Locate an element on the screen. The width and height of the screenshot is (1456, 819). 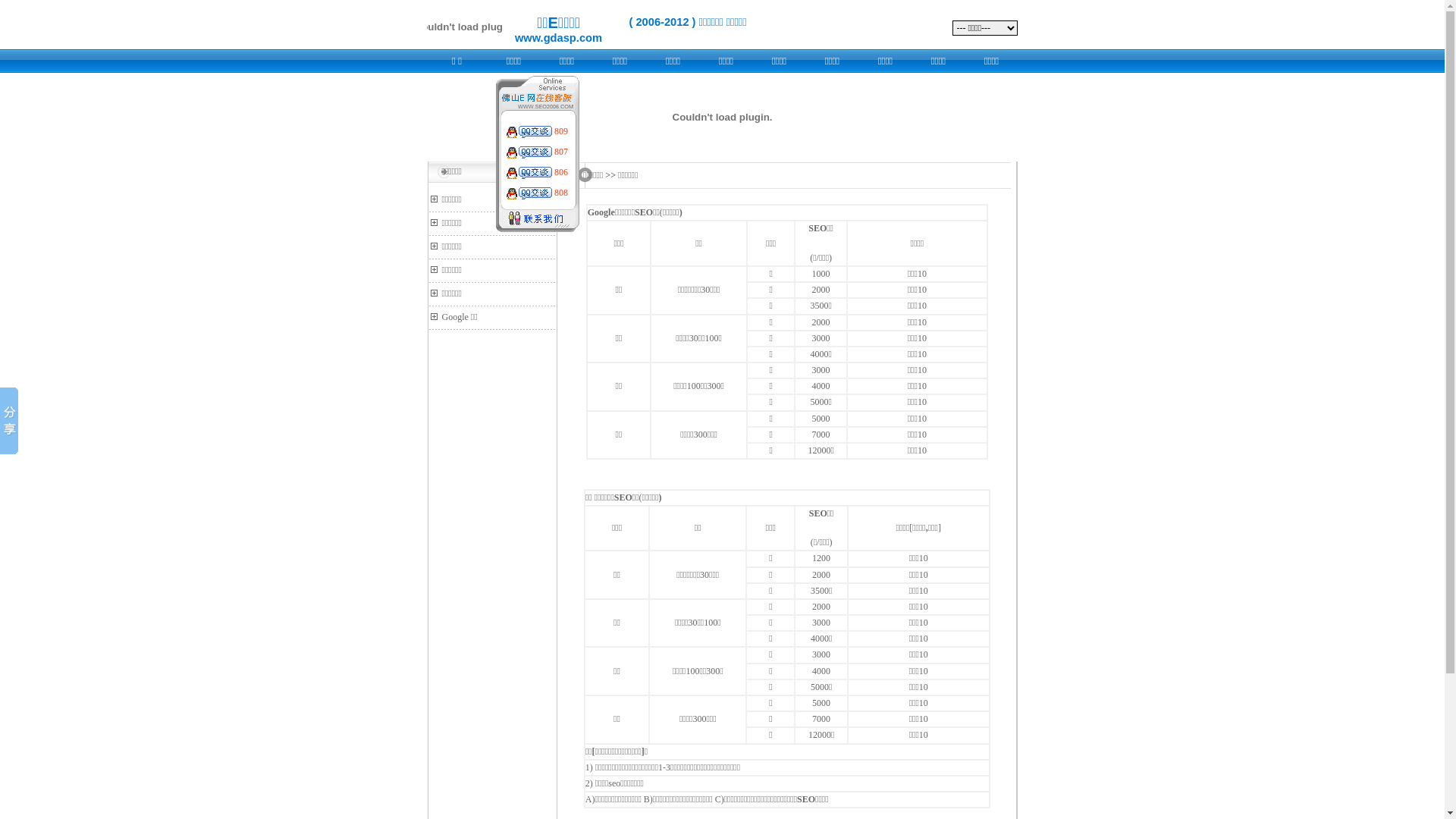
'806' is located at coordinates (560, 171).